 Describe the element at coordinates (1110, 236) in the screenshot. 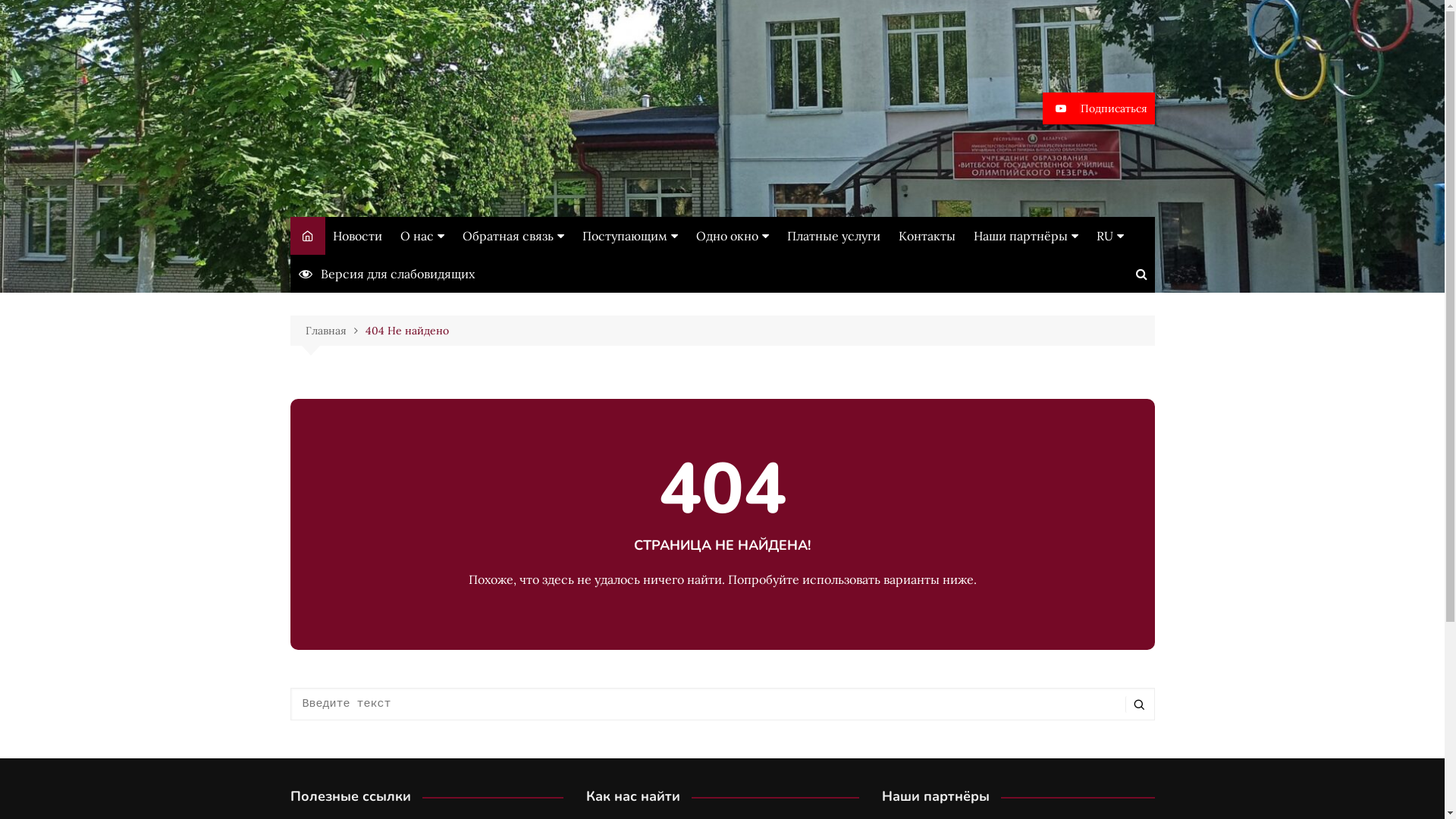

I see `'RU'` at that location.